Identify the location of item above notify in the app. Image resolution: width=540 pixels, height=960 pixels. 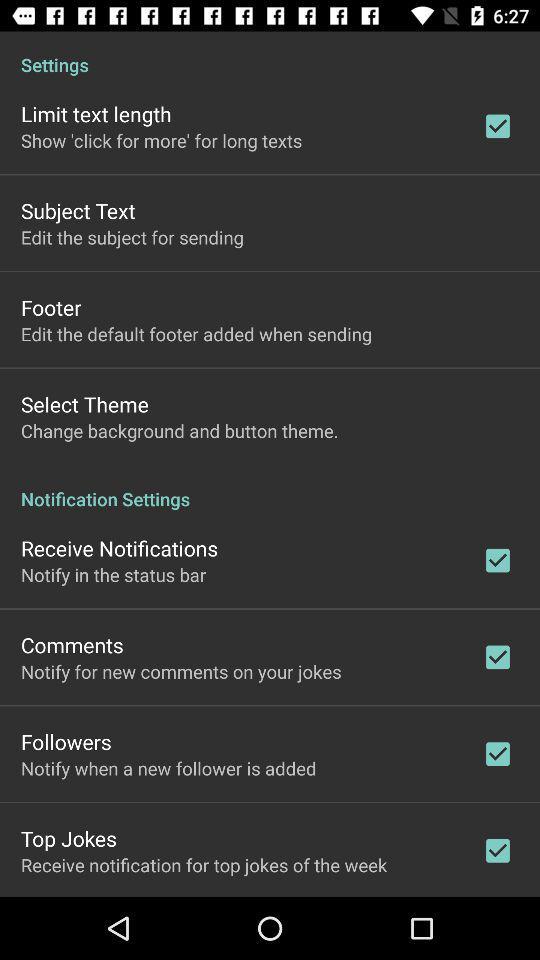
(119, 548).